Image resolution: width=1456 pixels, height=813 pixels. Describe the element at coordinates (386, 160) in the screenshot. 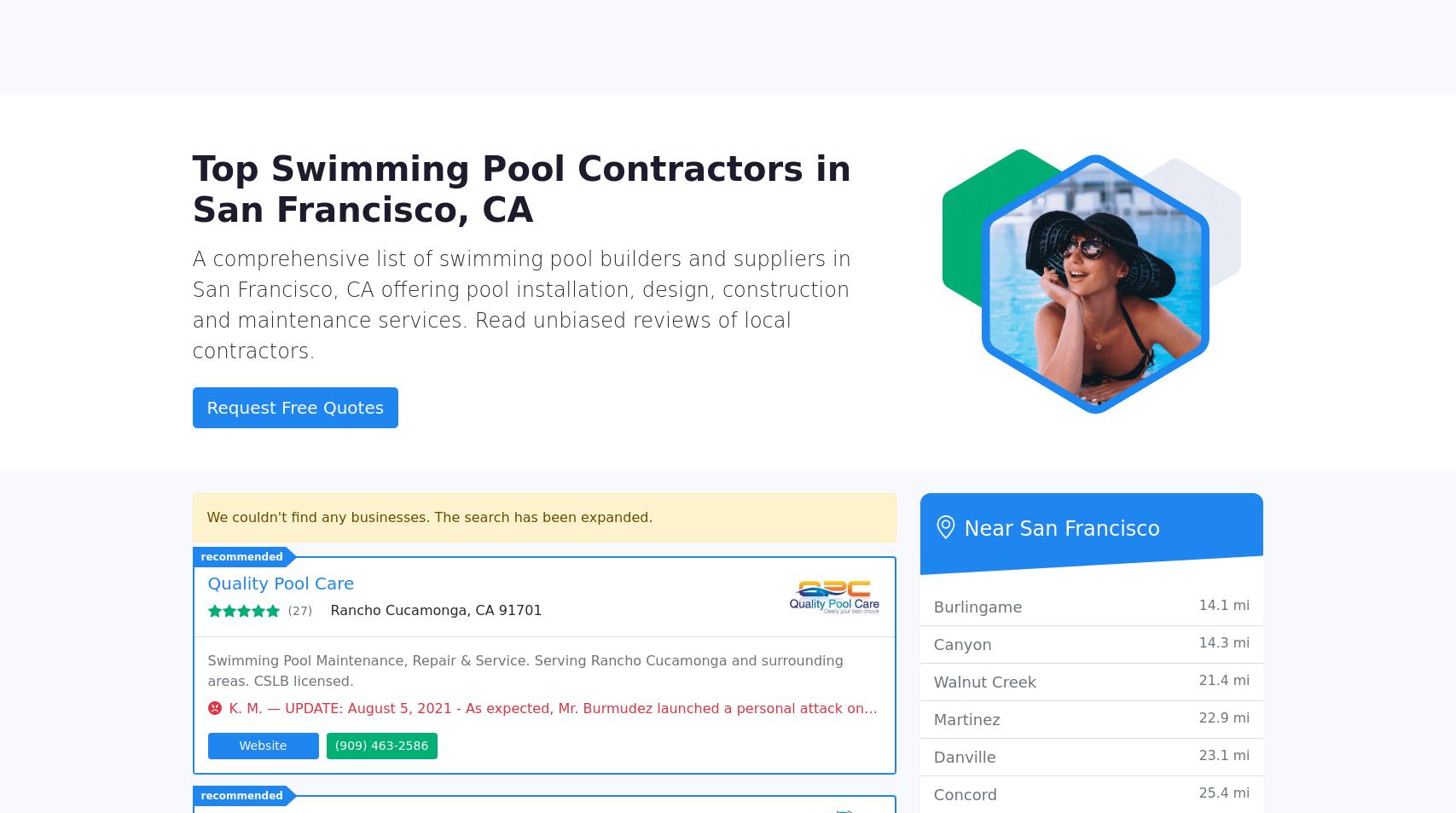

I see `'La Mesa, CA 91942'` at that location.